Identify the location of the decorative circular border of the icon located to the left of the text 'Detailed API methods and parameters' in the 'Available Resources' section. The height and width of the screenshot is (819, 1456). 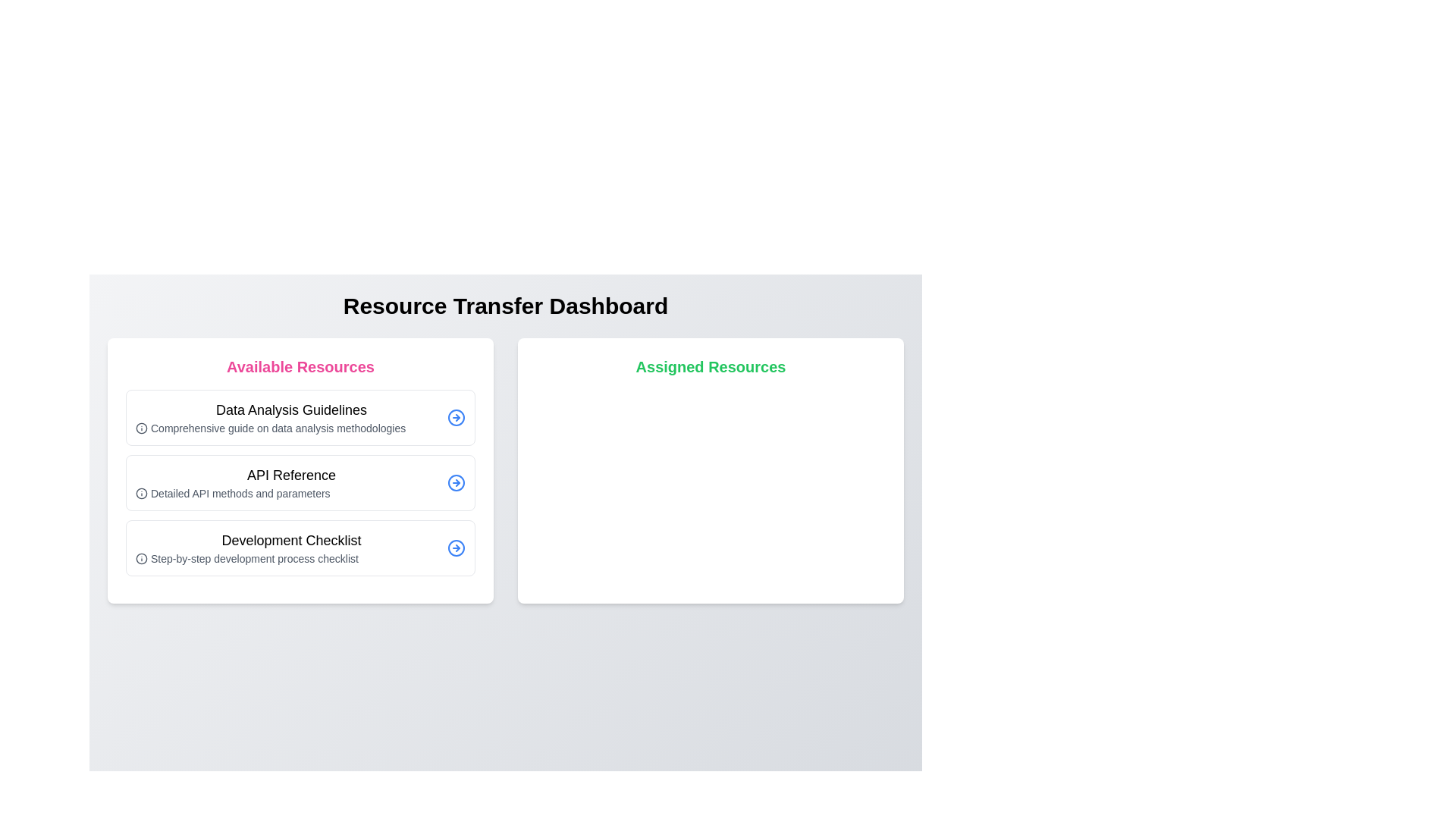
(142, 494).